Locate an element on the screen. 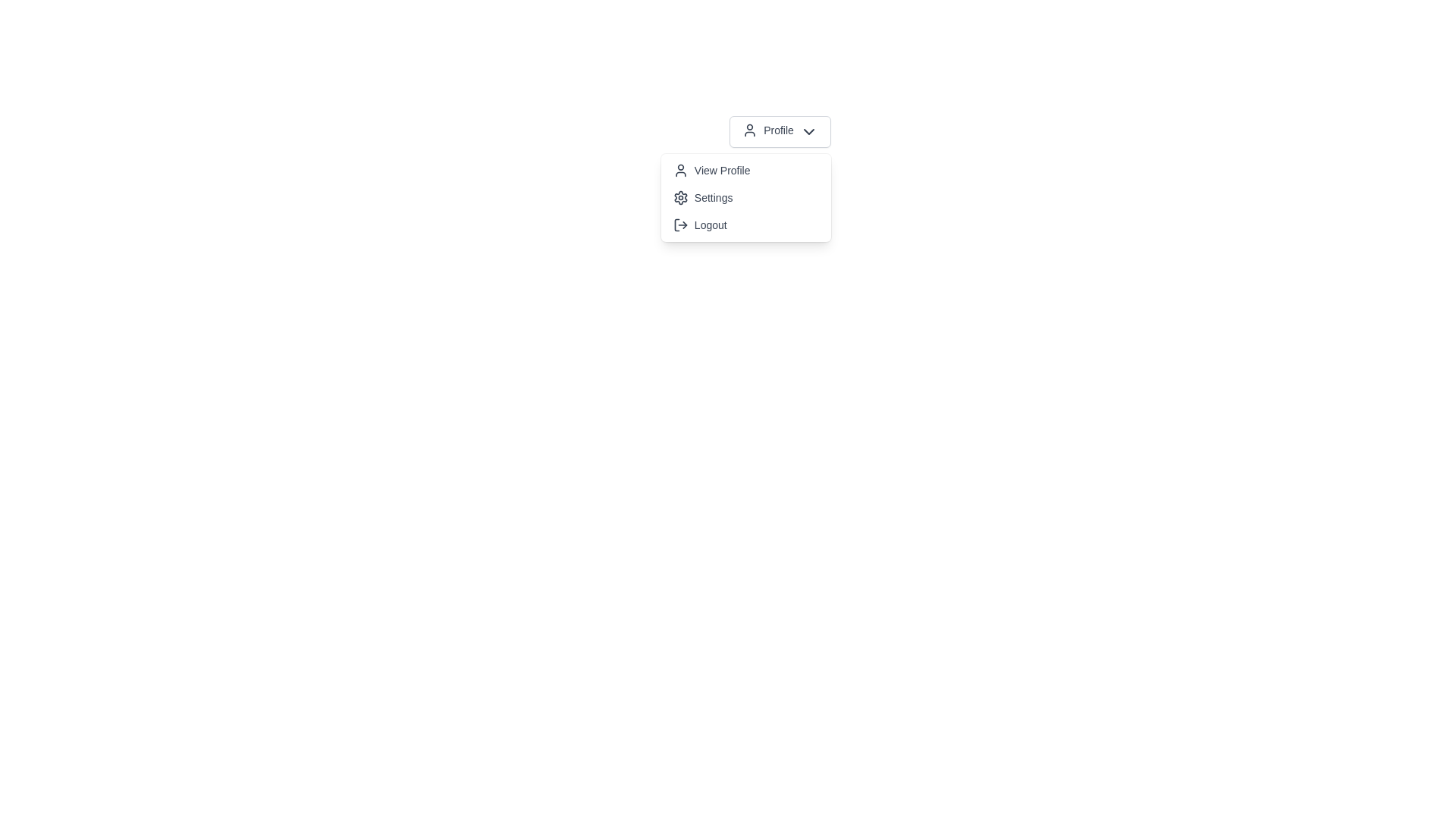 The image size is (1456, 819). the 'View Profile' button in the dropdown menu is located at coordinates (745, 170).